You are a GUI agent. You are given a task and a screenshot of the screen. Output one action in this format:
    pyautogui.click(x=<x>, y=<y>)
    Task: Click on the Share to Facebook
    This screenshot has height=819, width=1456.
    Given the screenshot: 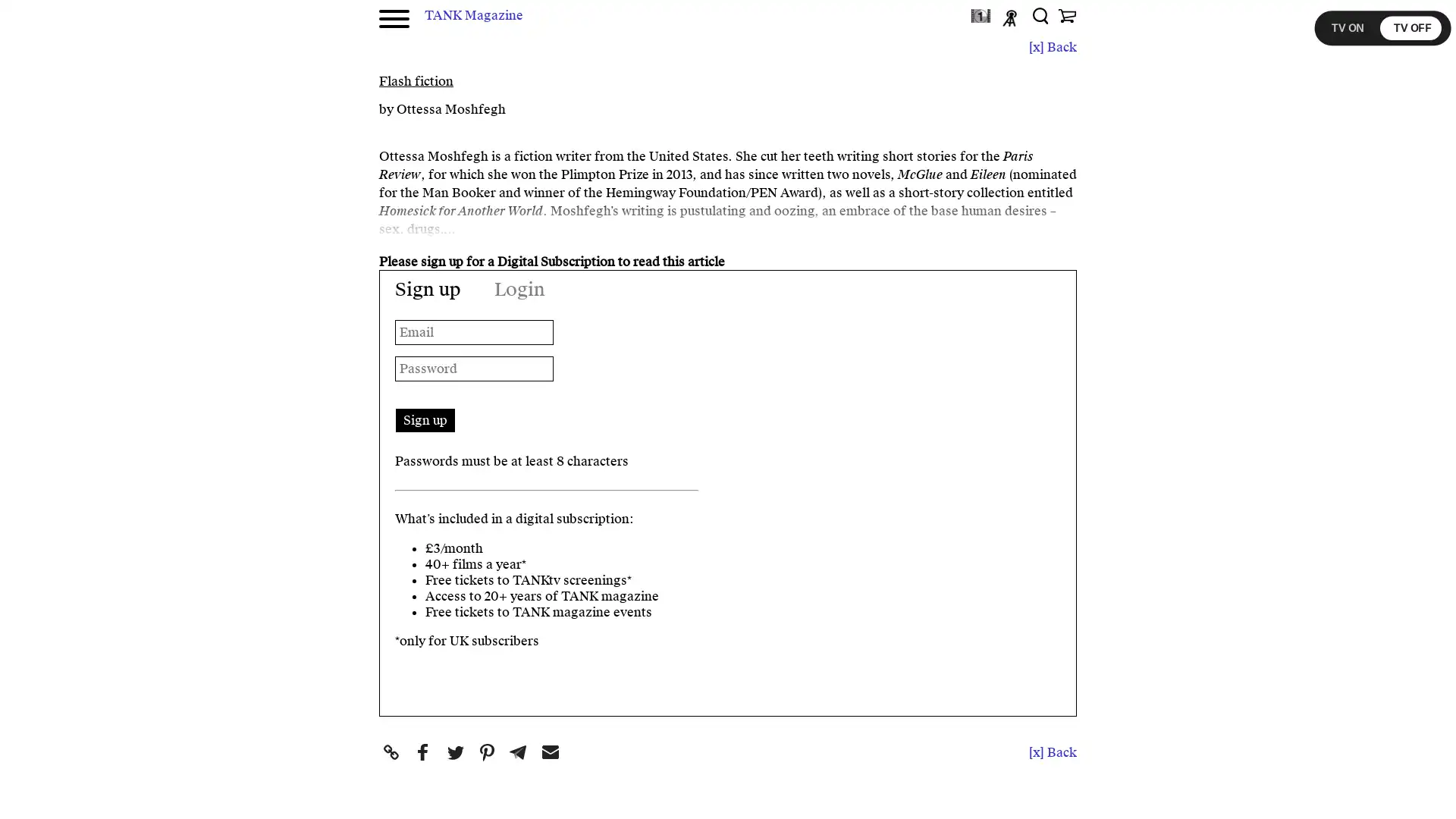 What is the action you would take?
    pyautogui.click(x=425, y=752)
    